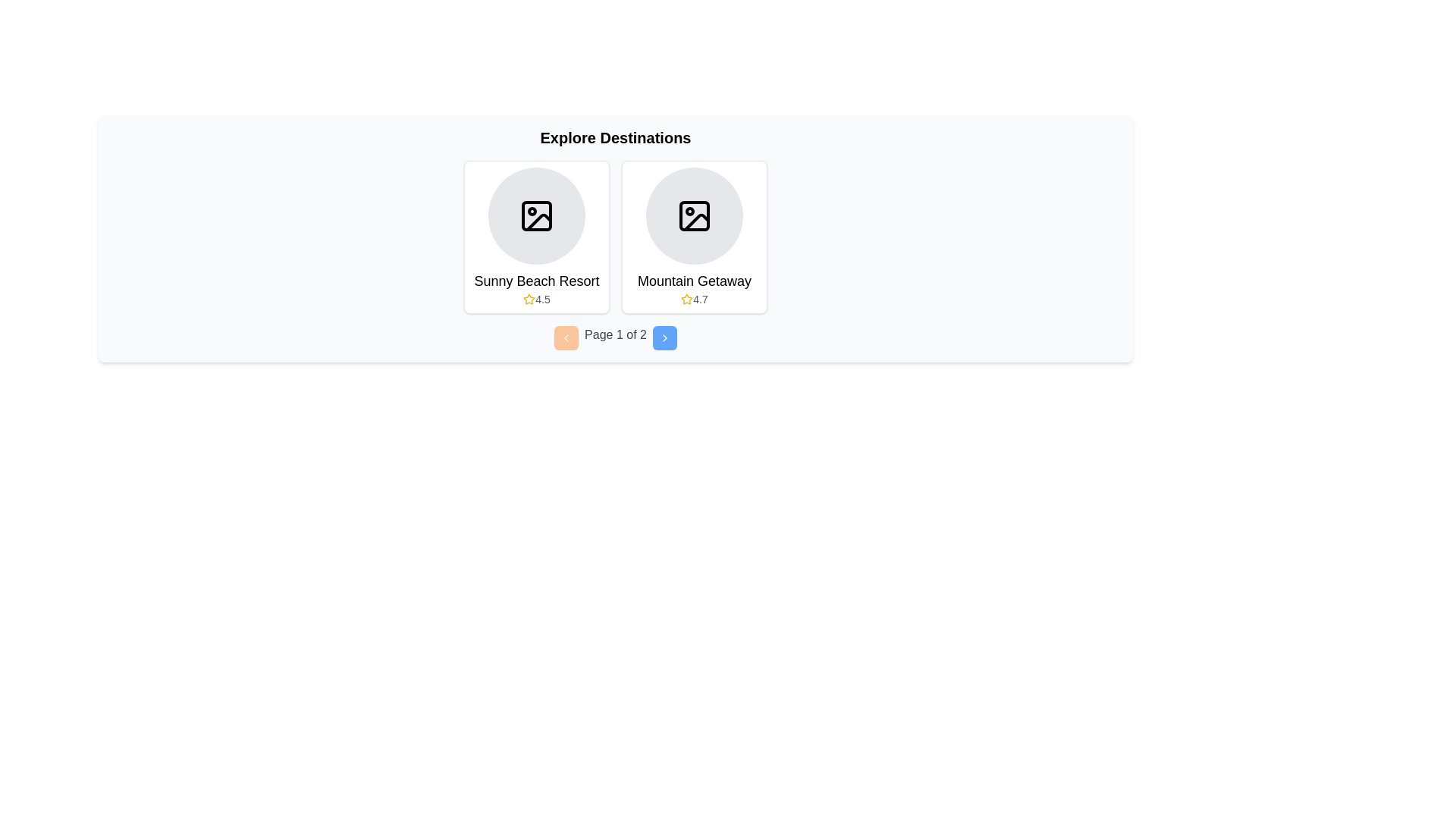 Image resolution: width=1456 pixels, height=819 pixels. I want to click on the decorative rectangle within the icon of the leftmost card labeled 'Sunny Beach Resort', which is positioned above the text and star rating, so click(537, 216).